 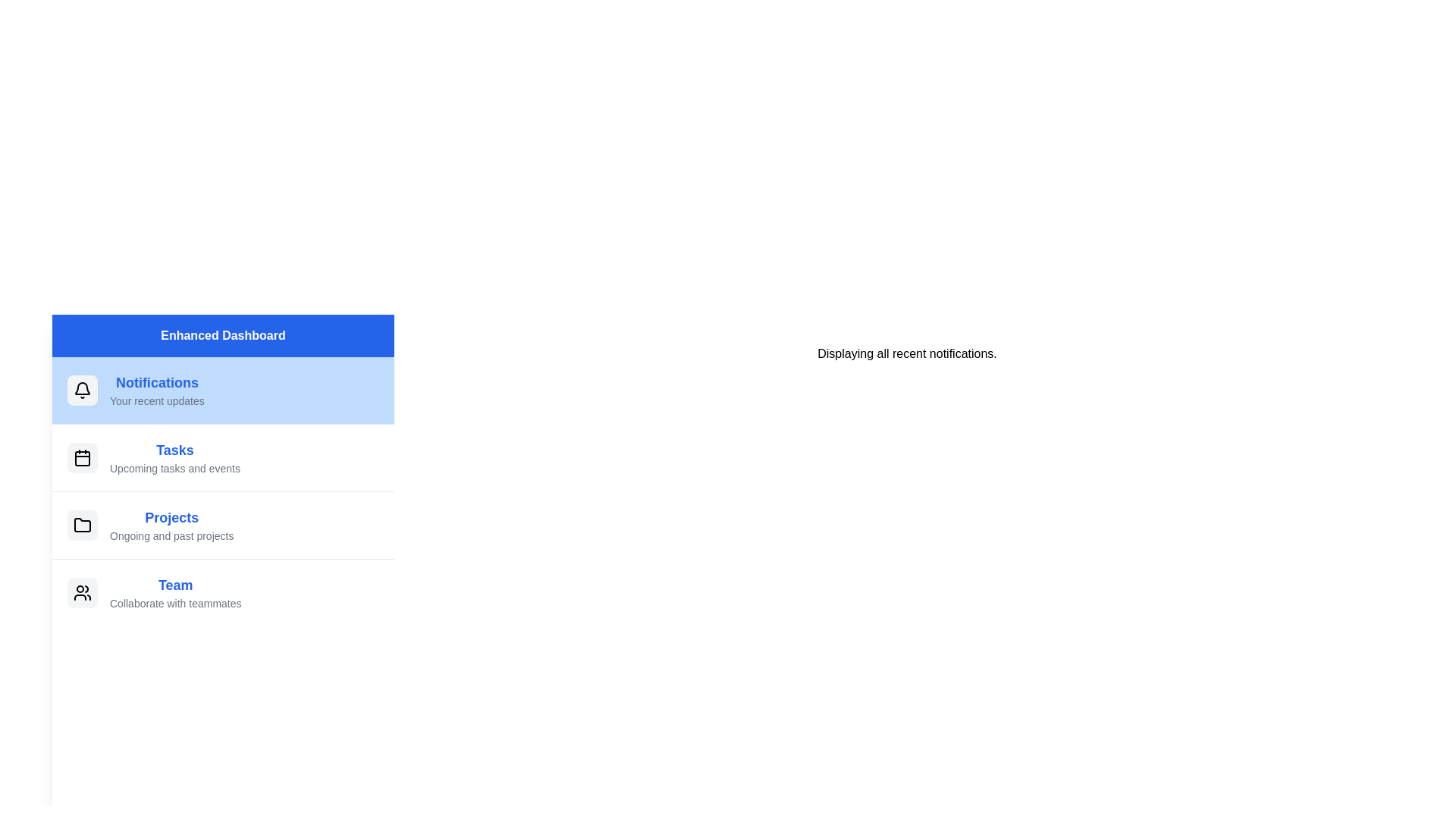 I want to click on the menu item Tasks to access its context menu, so click(x=222, y=457).